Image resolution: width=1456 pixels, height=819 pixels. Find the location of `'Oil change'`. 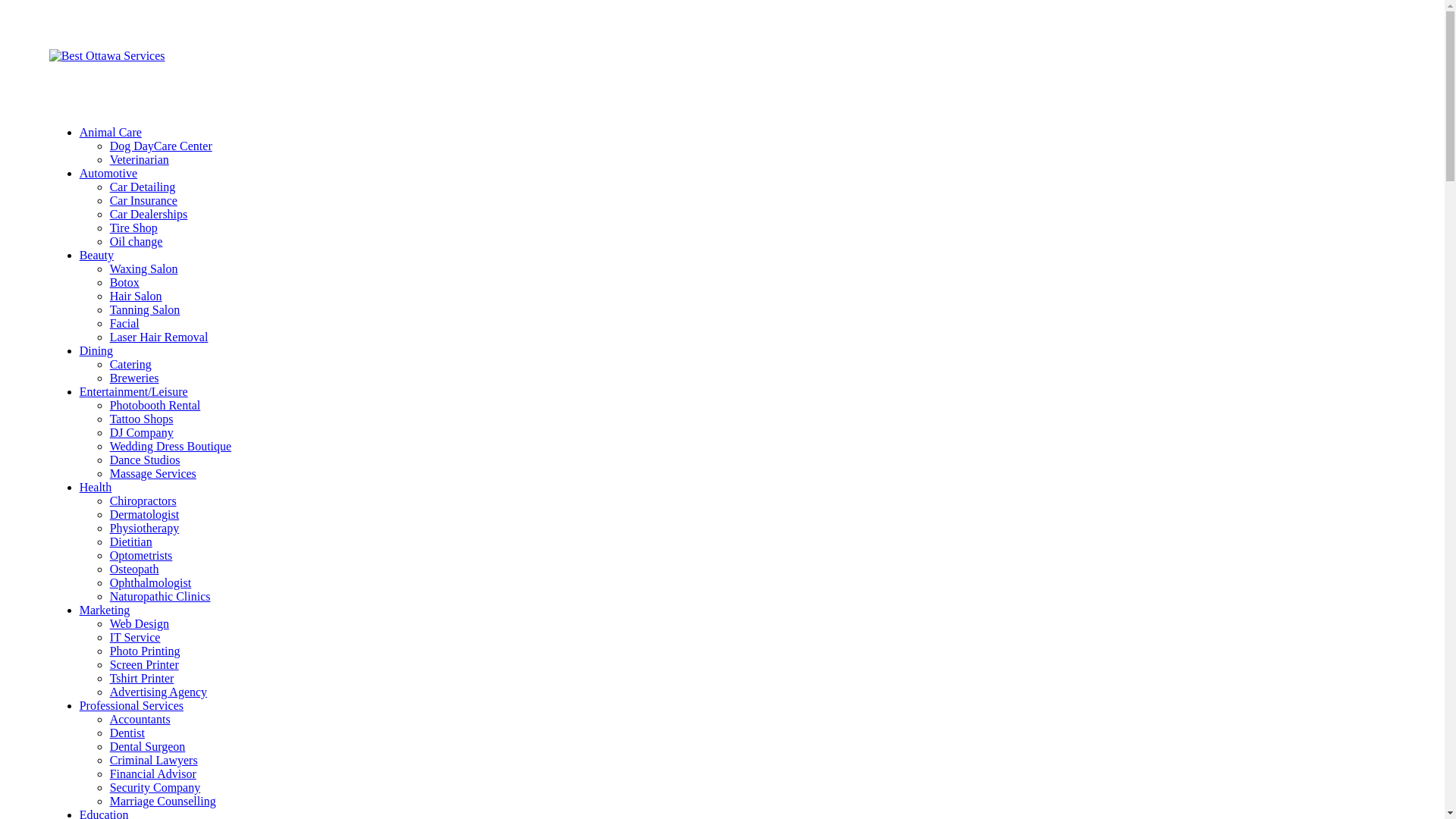

'Oil change' is located at coordinates (108, 240).